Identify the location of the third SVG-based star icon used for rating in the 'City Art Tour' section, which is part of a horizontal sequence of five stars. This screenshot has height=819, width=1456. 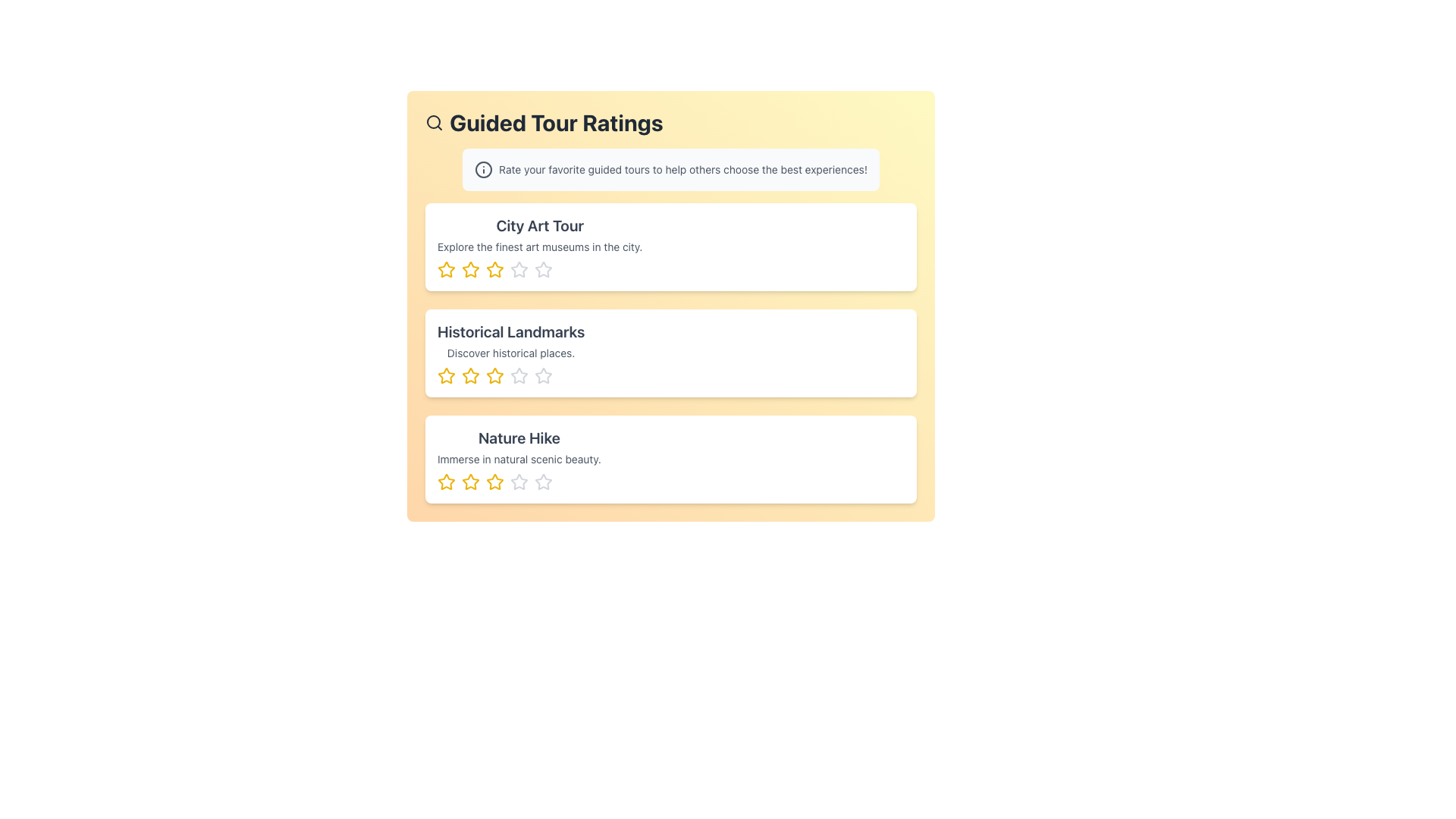
(494, 268).